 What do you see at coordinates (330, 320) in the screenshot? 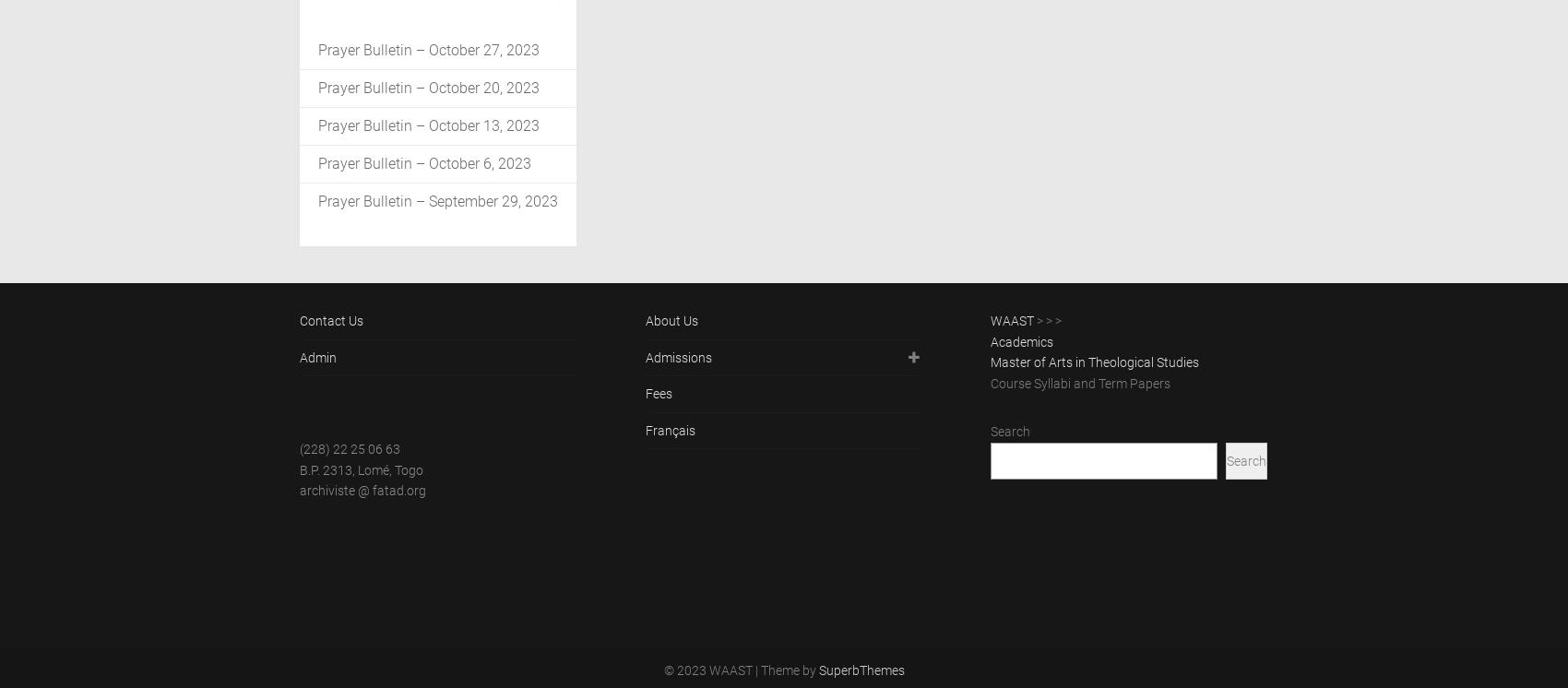
I see `'Contact Us'` at bounding box center [330, 320].